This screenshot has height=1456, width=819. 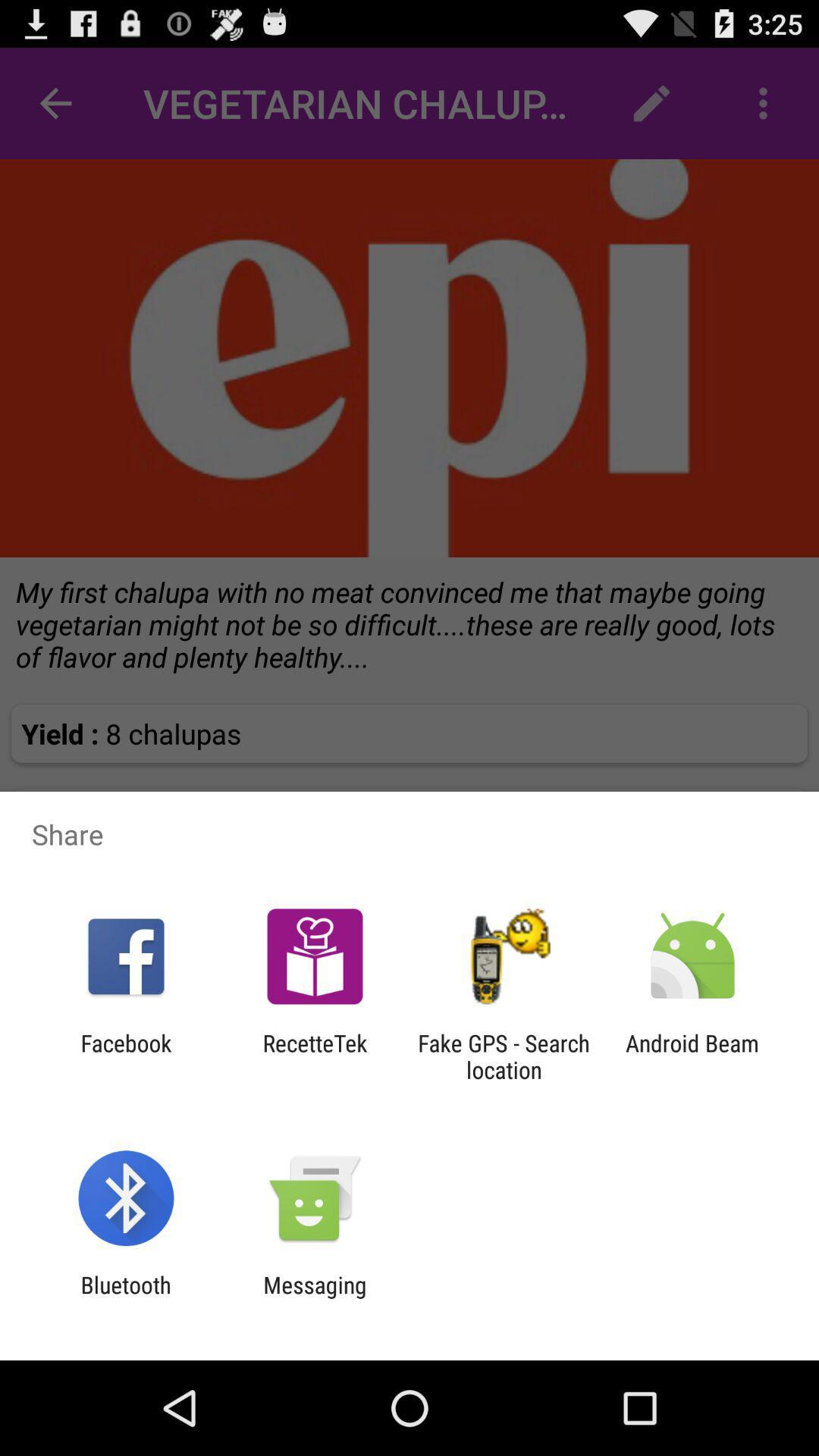 What do you see at coordinates (314, 1298) in the screenshot?
I see `the app to the right of bluetooth item` at bounding box center [314, 1298].